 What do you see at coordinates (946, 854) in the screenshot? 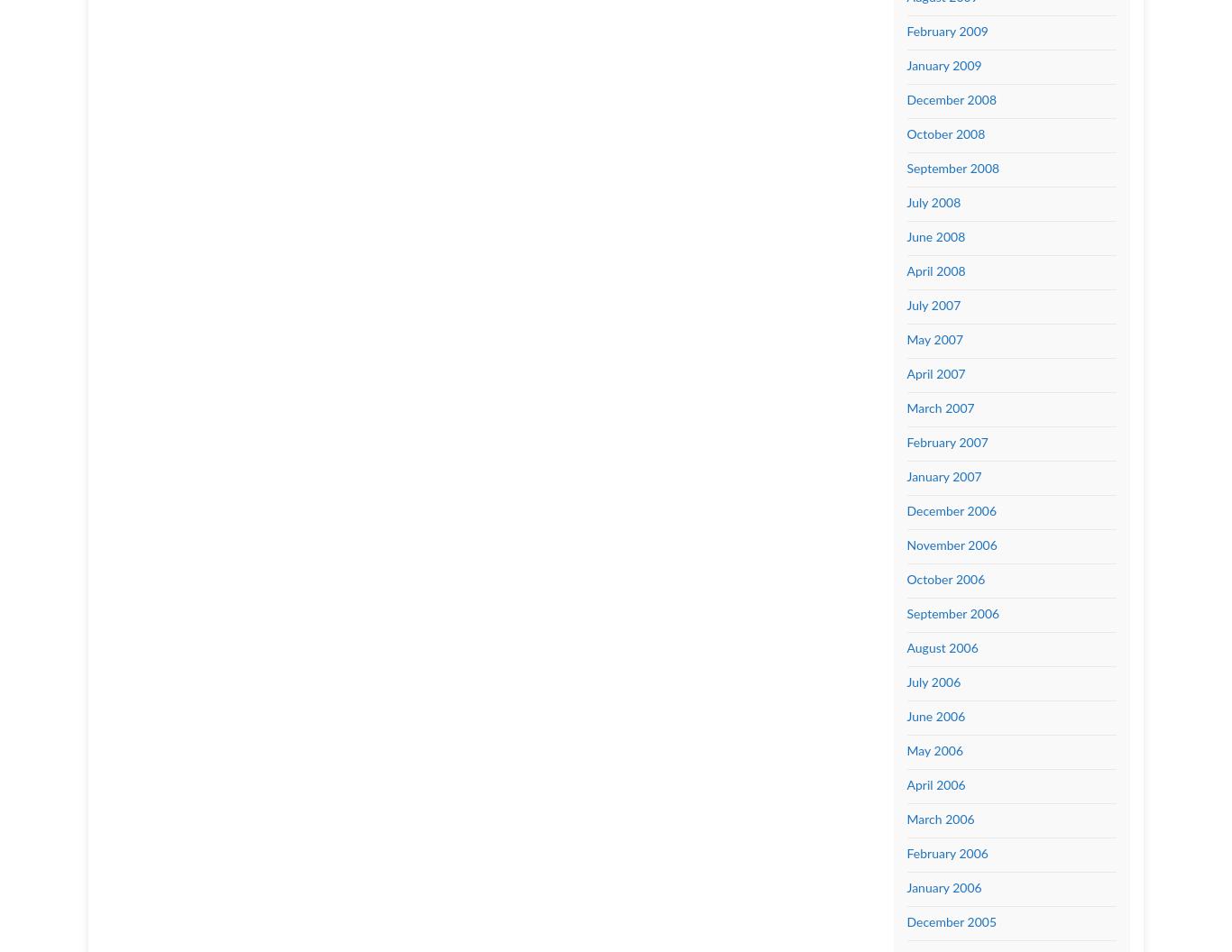
I see `'February 2006'` at bounding box center [946, 854].